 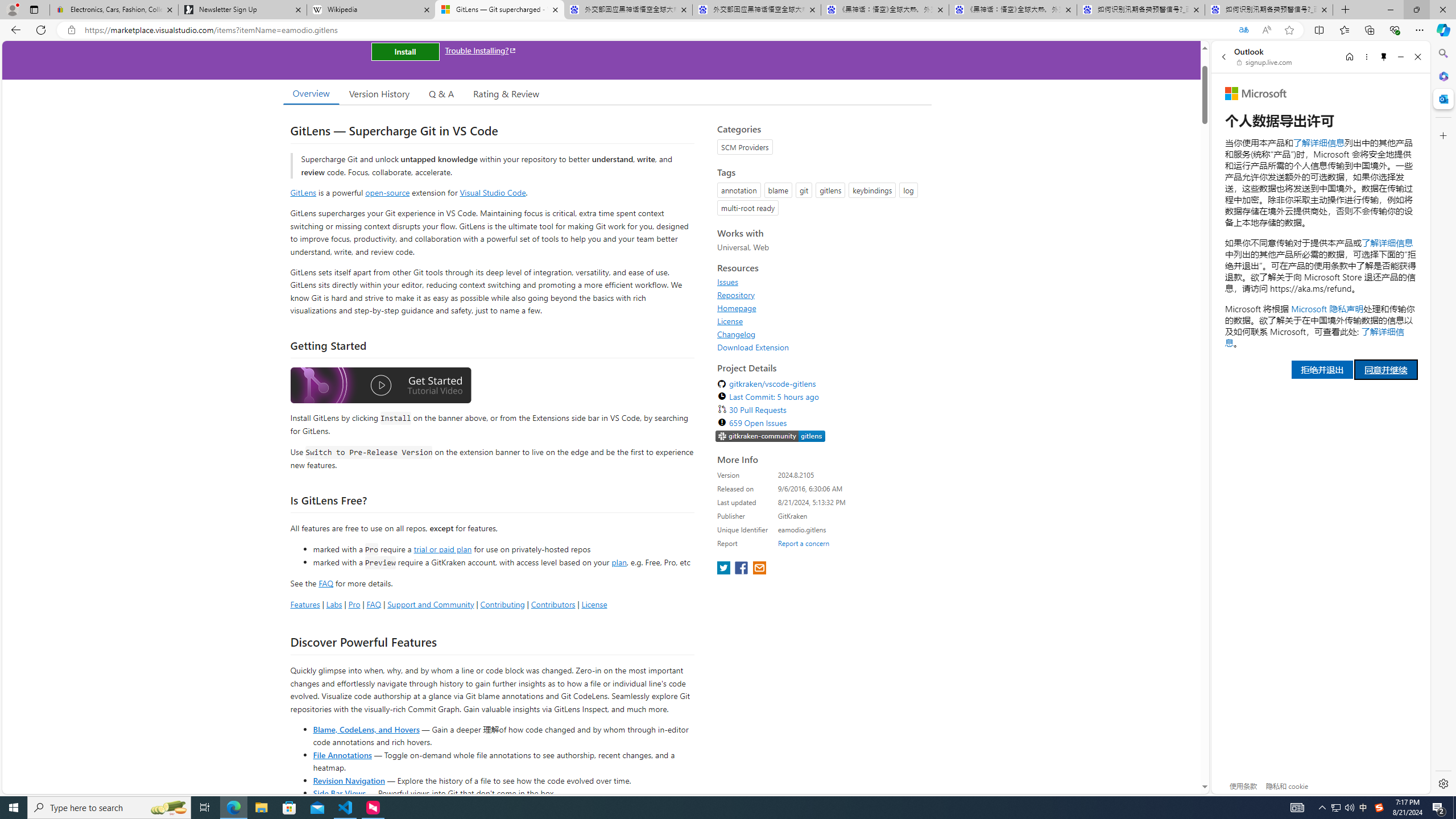 I want to click on 'Translated', so click(x=1243, y=30).